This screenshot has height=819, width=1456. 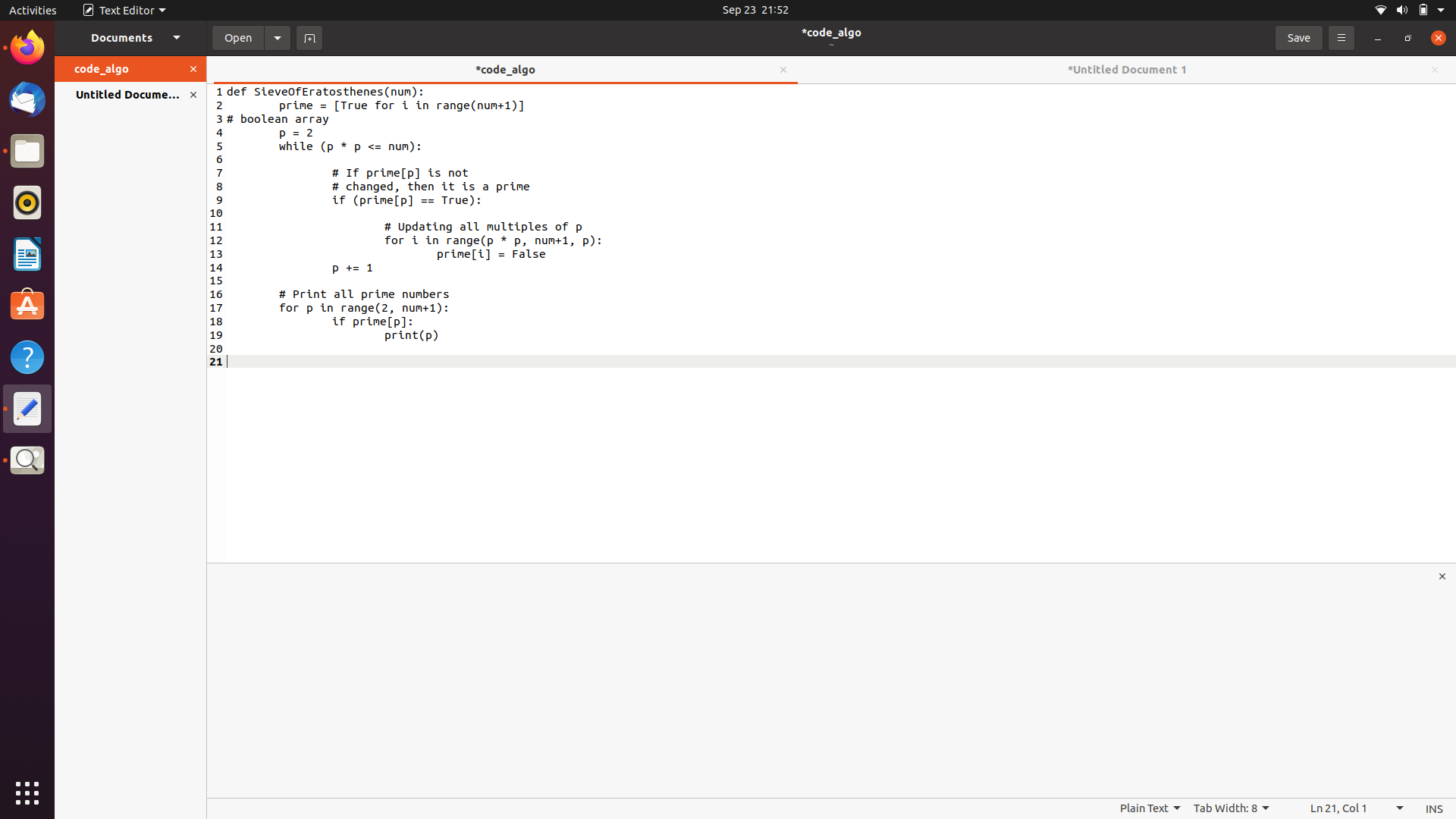 What do you see at coordinates (1432, 69) in the screenshot?
I see `Terminate the tab of unlabelled document via the tab bar` at bounding box center [1432, 69].